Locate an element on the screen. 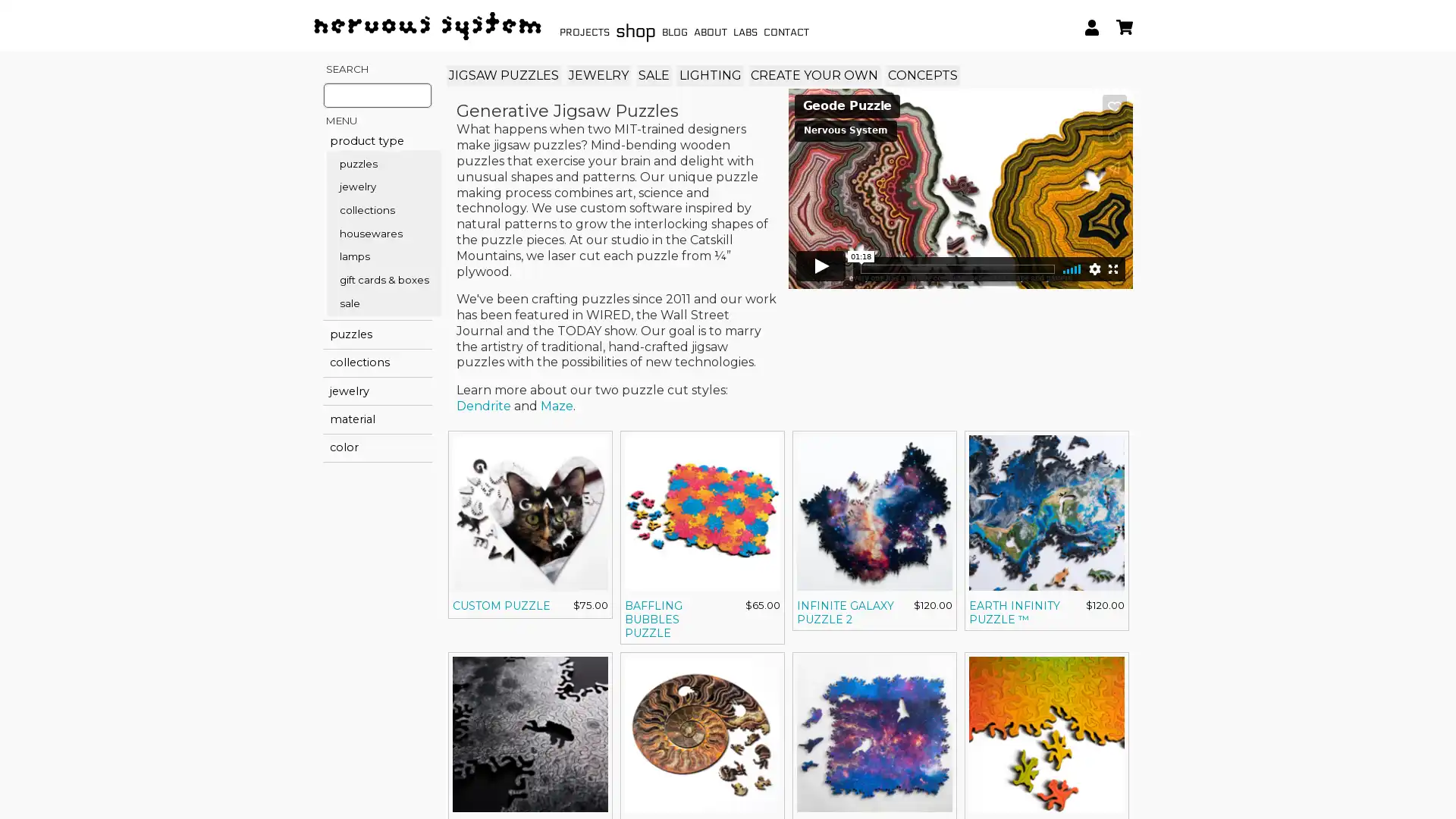 Image resolution: width=1456 pixels, height=819 pixels. jewelry is located at coordinates (377, 390).